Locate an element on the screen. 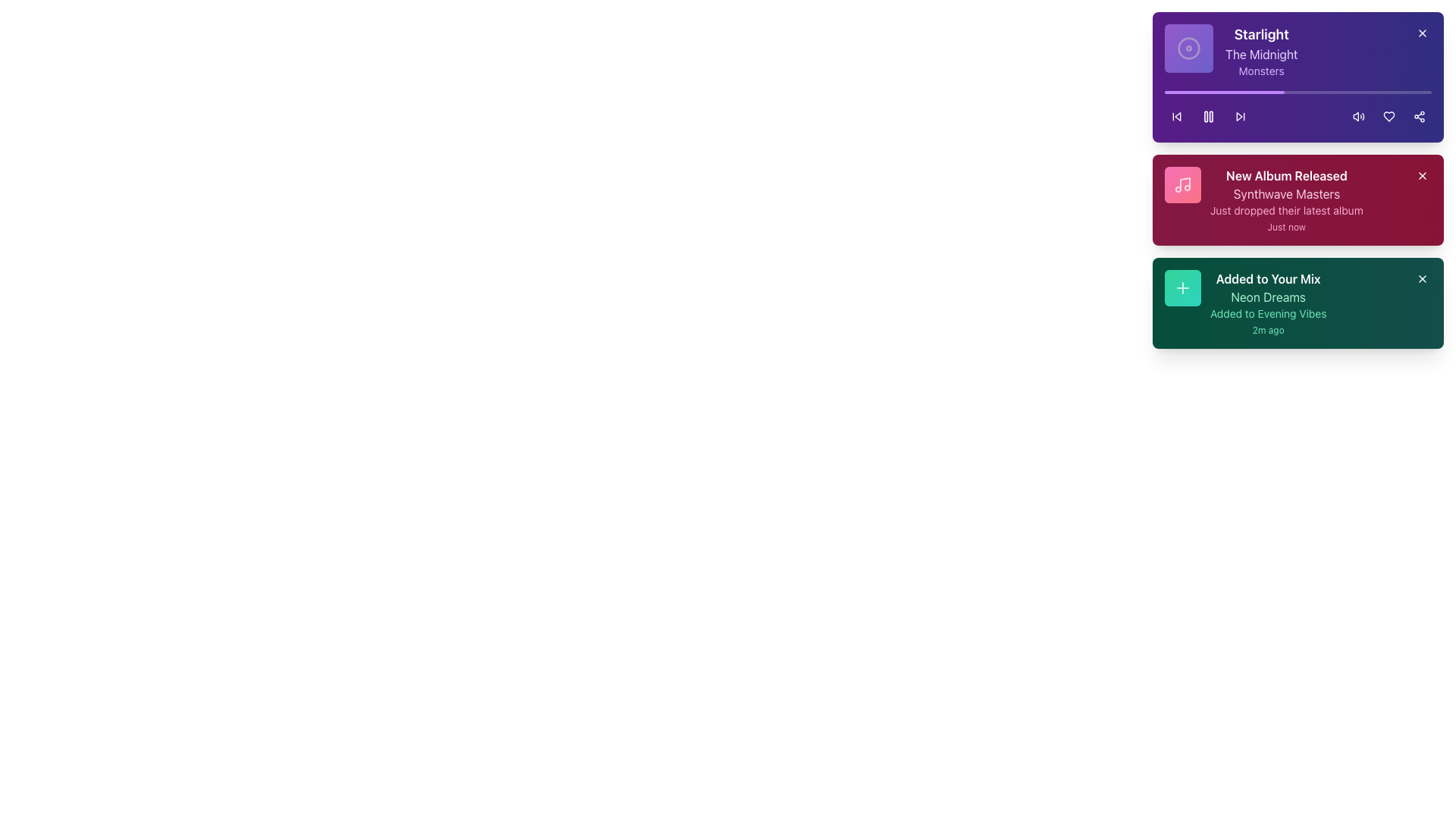 The width and height of the screenshot is (1456, 819). the text label displaying 'Neon Dreams' in light green color, which is positioned within the green notification card, located beneath 'Added to Your Mix' and above 'Added to Evening Vibes' is located at coordinates (1268, 297).